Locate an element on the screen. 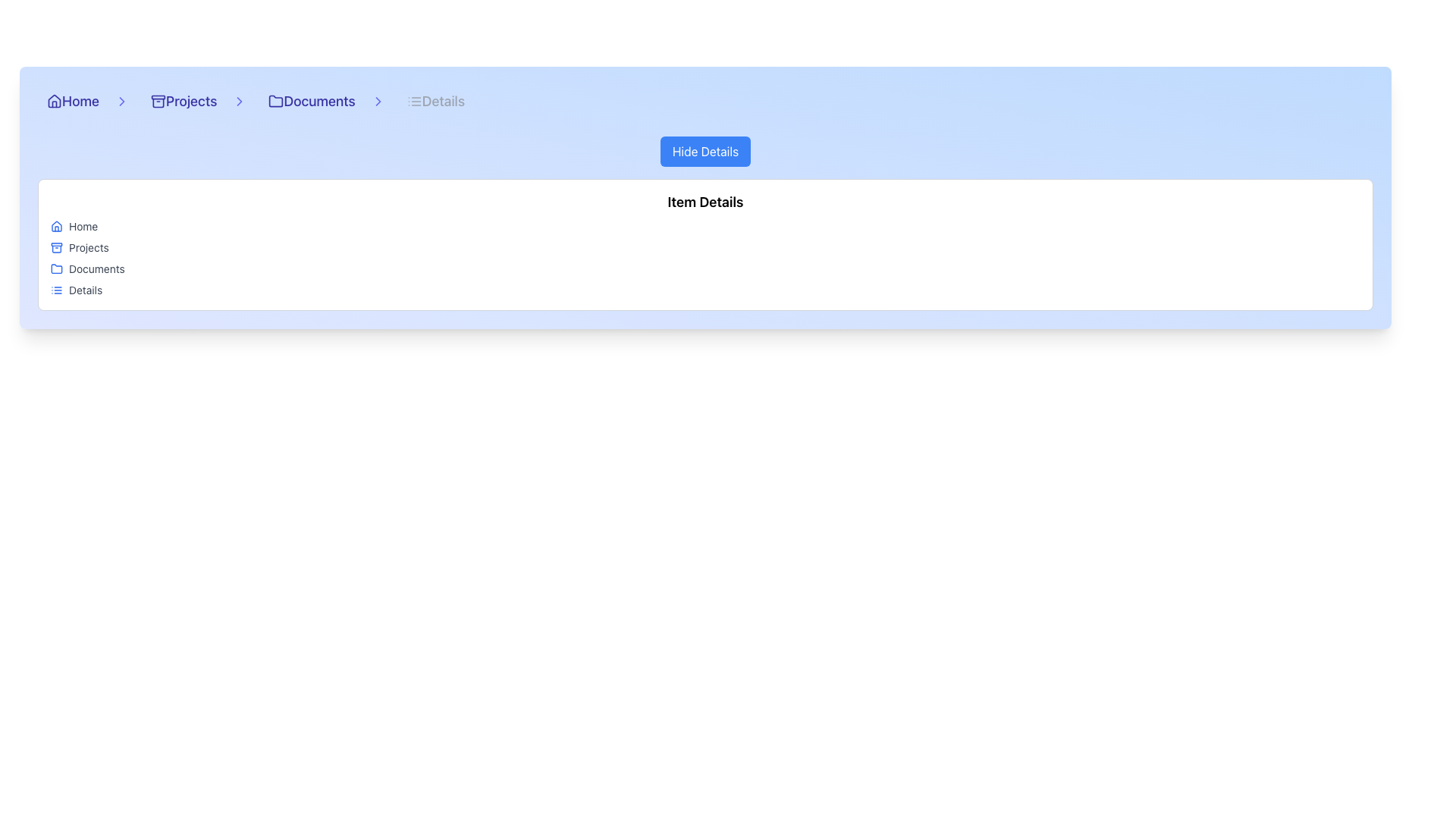 The width and height of the screenshot is (1456, 819). the breadcrumb hyperlink for 'Documents' located at the third position in the breadcrumb navigation bar is located at coordinates (311, 102).